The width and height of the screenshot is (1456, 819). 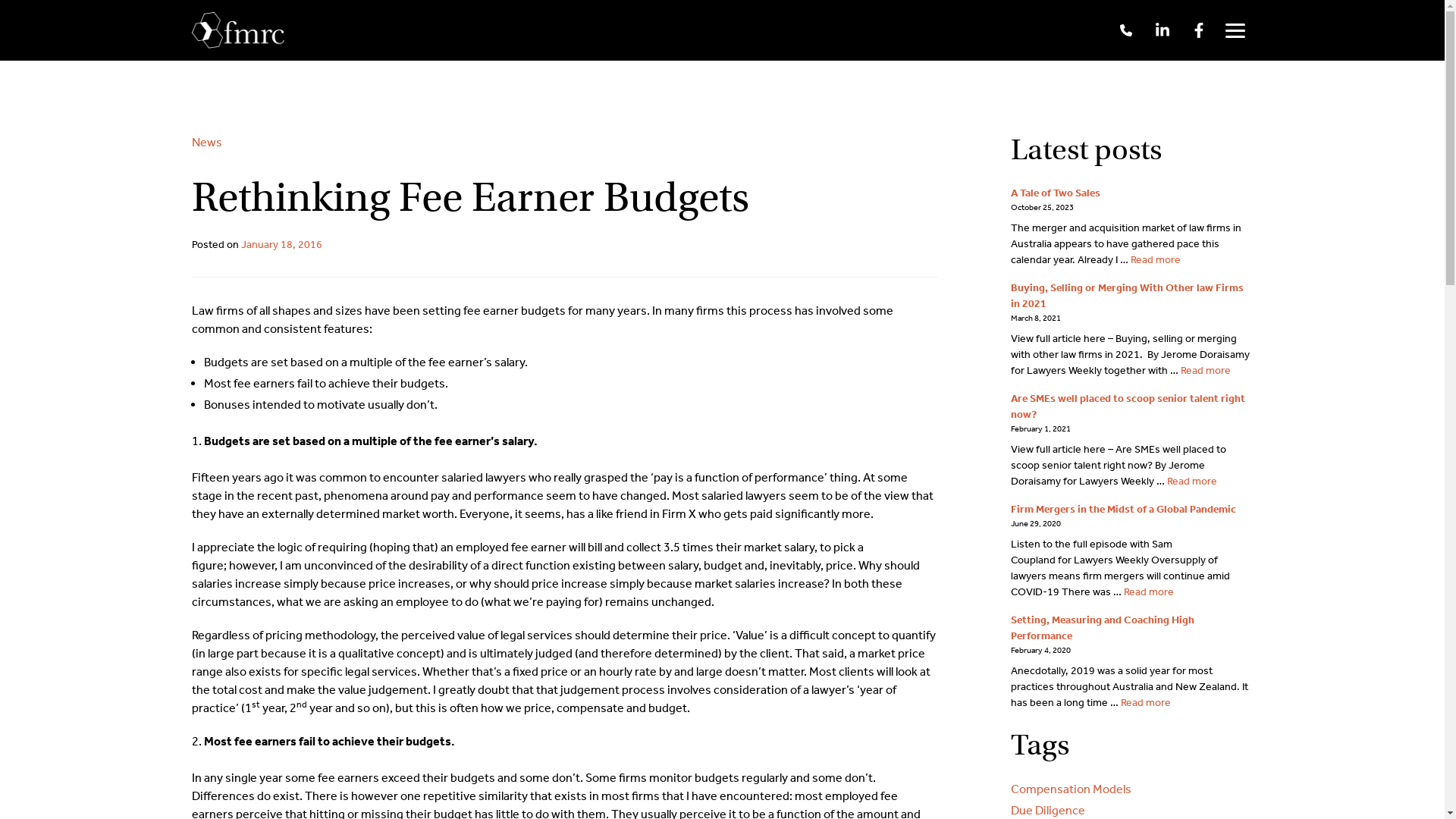 What do you see at coordinates (1153, 259) in the screenshot?
I see `'Read more'` at bounding box center [1153, 259].